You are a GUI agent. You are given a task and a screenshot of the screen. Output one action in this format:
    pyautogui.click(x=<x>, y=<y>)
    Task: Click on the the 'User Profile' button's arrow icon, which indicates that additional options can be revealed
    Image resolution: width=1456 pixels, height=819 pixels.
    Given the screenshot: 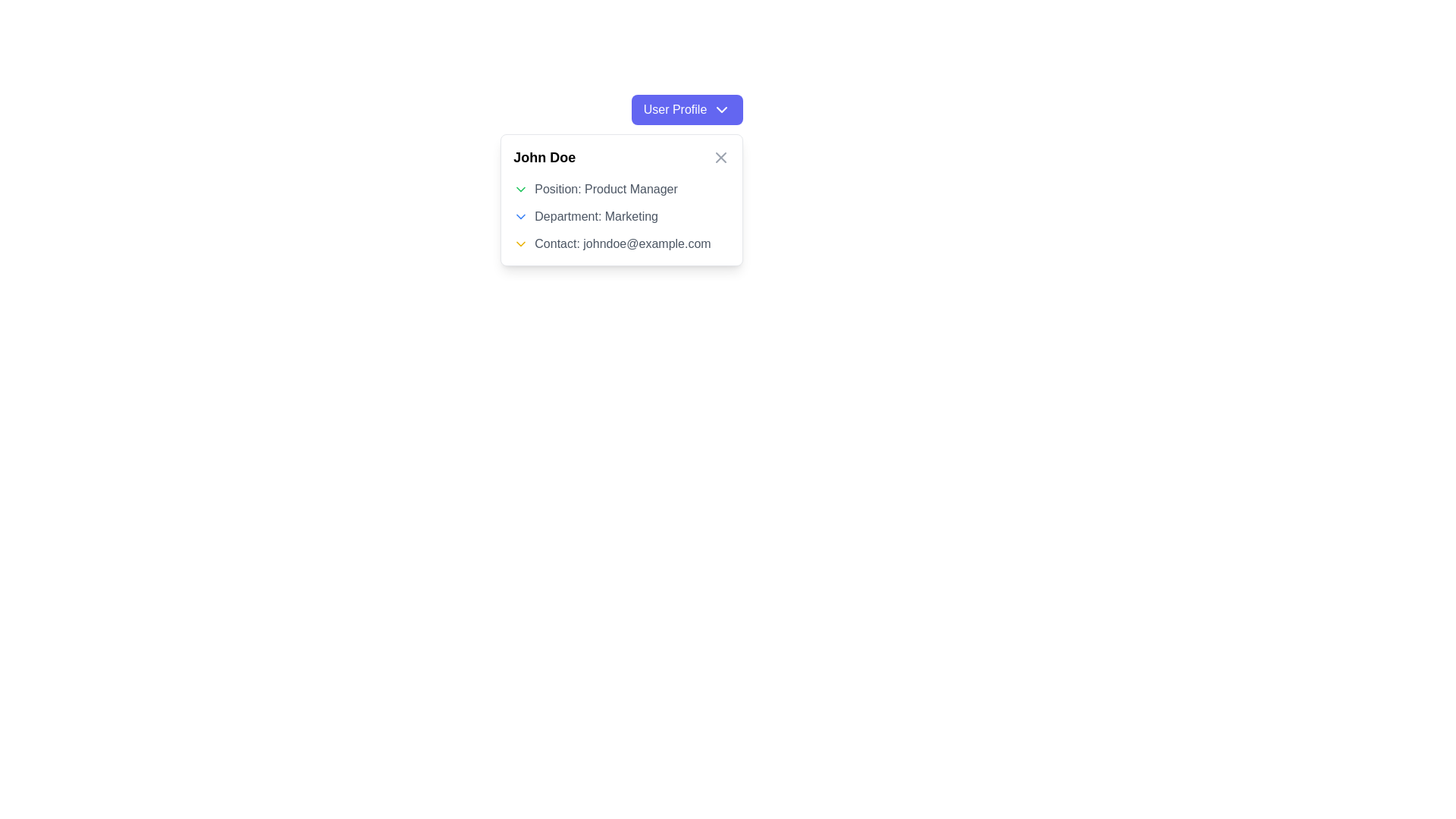 What is the action you would take?
    pyautogui.click(x=721, y=109)
    